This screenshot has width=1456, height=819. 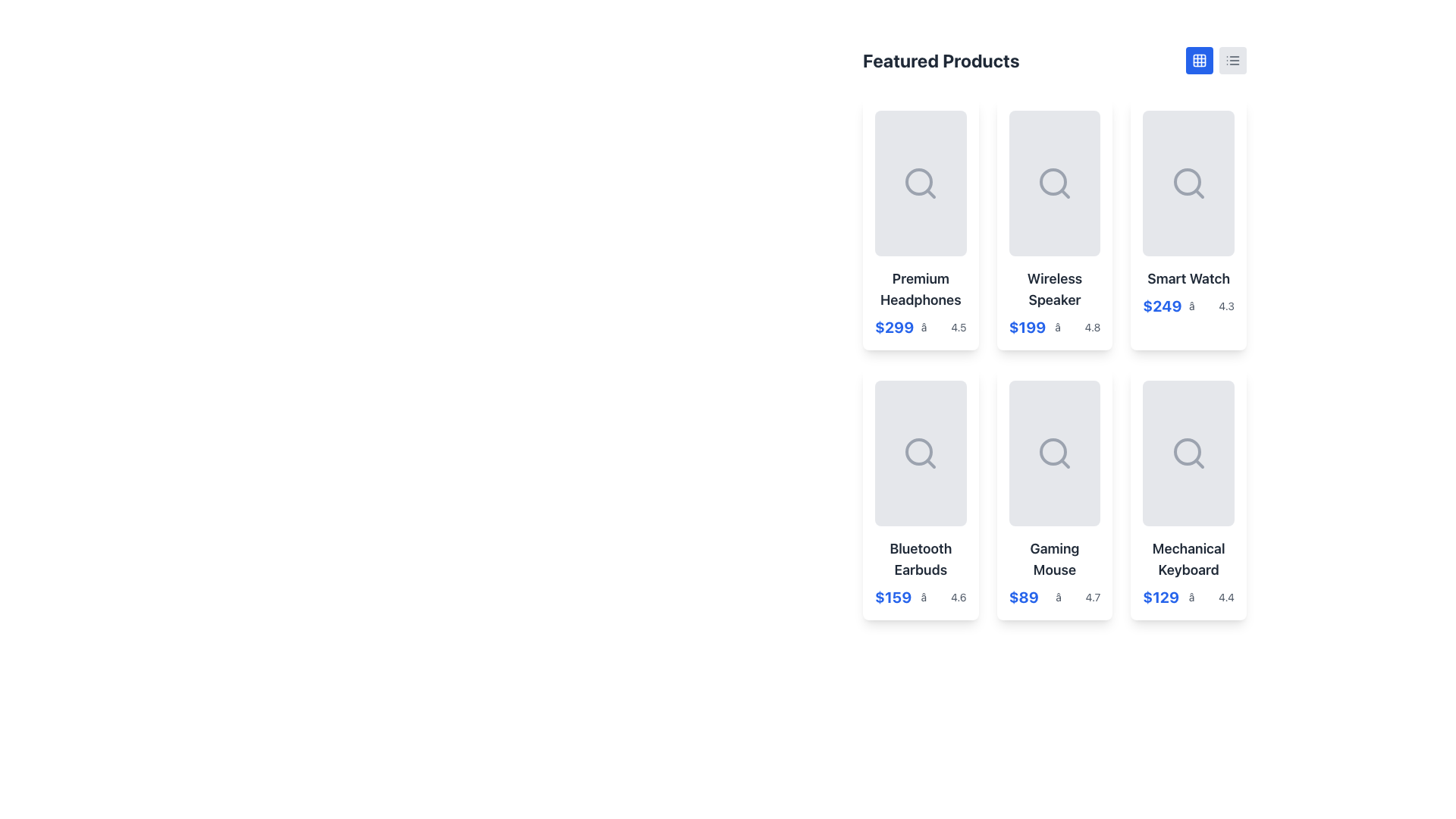 What do you see at coordinates (1052, 451) in the screenshot?
I see `the circular outline of the magnifying glass symbol in the 'Gaming Mouse' product card` at bounding box center [1052, 451].